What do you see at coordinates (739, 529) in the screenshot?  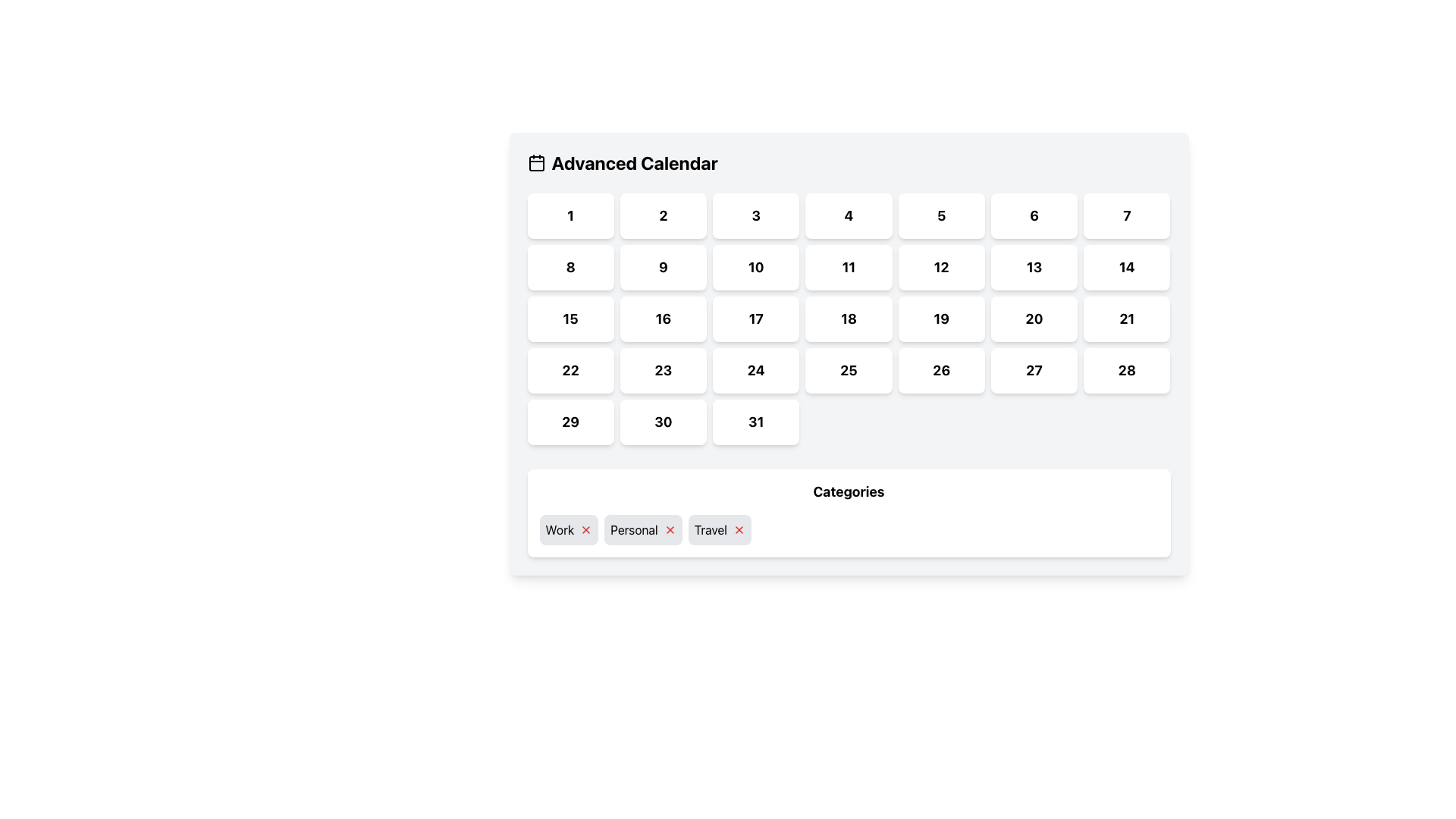 I see `the close button located to the immediate right of the 'Travel' label in the 'Categories' section` at bounding box center [739, 529].